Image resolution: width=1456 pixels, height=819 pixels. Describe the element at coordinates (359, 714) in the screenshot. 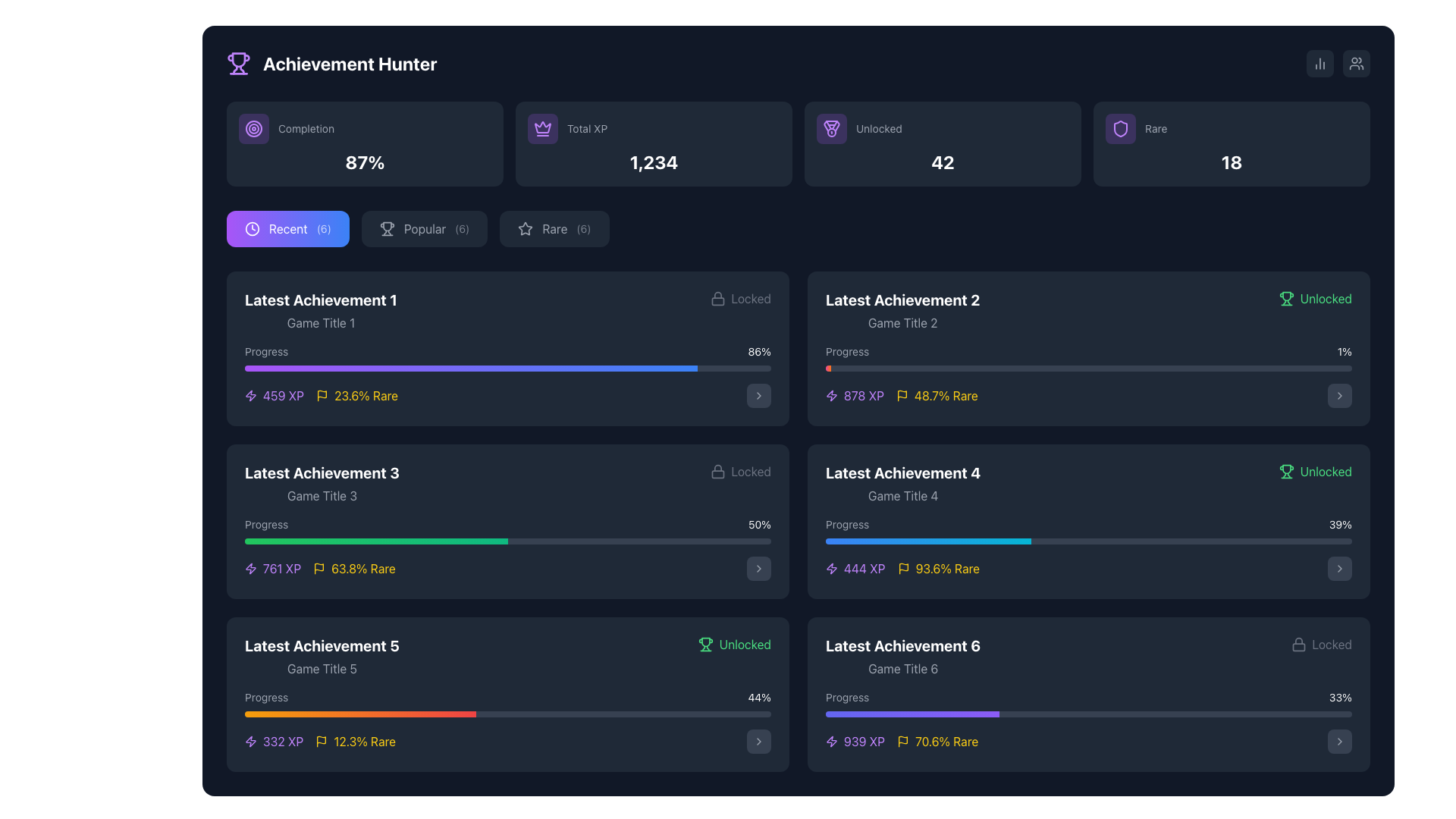

I see `the filled portion of the progress bar segment in the 'Latest Achievement 5' section, which is represented by a gradient from amber to red` at that location.